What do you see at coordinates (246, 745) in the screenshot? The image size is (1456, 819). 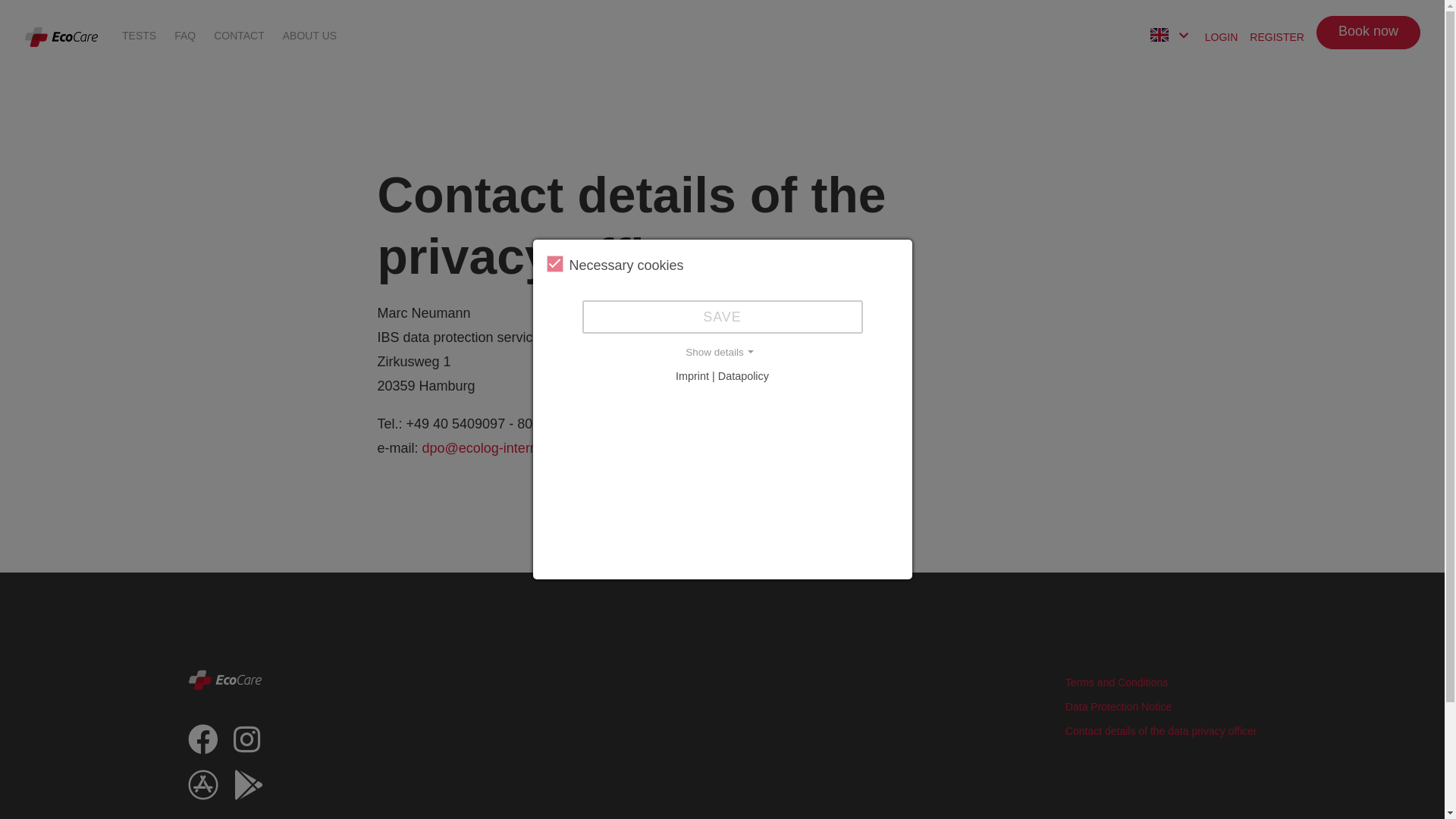 I see `'EcoCare Instagram'` at bounding box center [246, 745].